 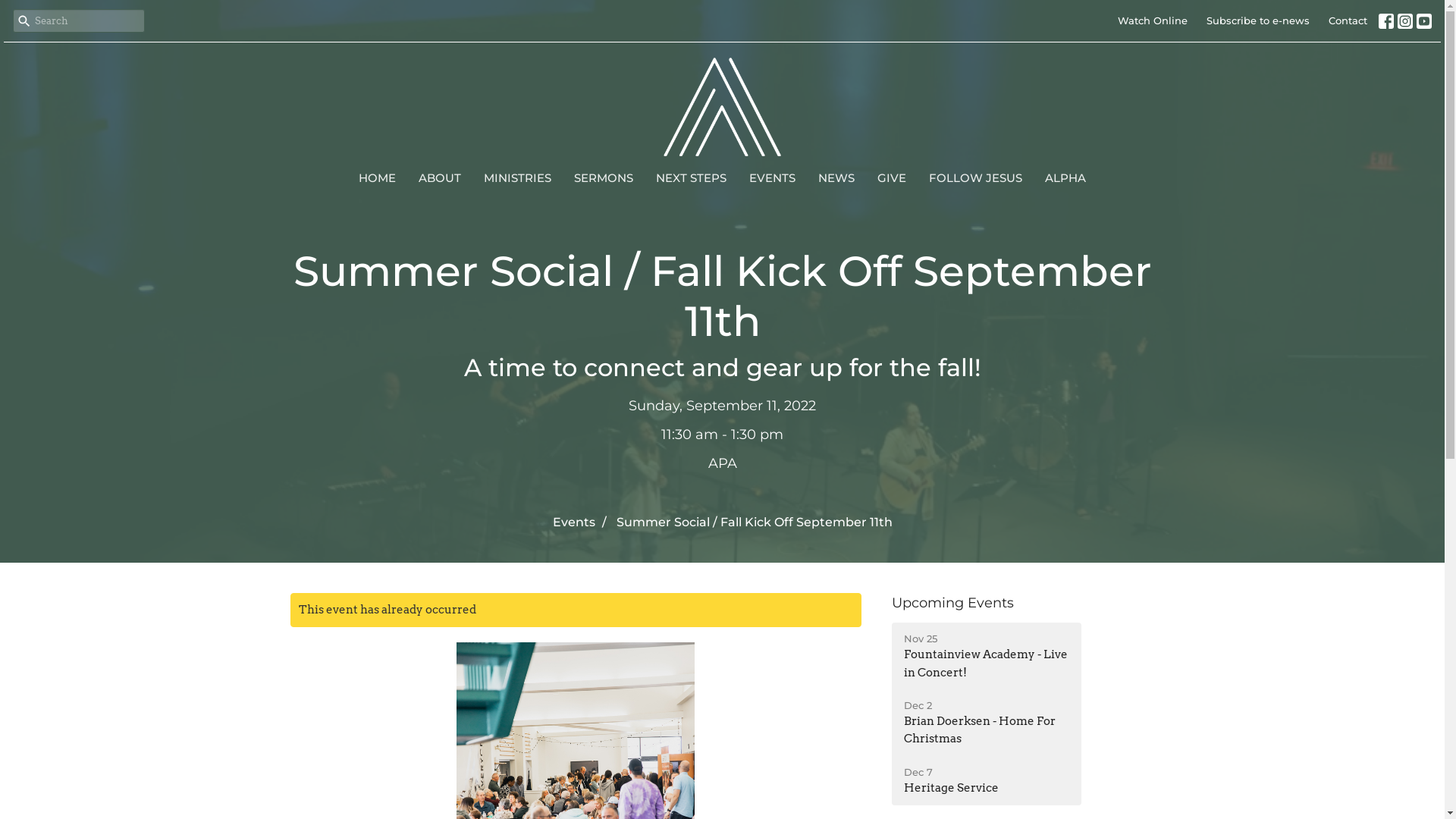 What do you see at coordinates (877, 177) in the screenshot?
I see `'GIVE'` at bounding box center [877, 177].